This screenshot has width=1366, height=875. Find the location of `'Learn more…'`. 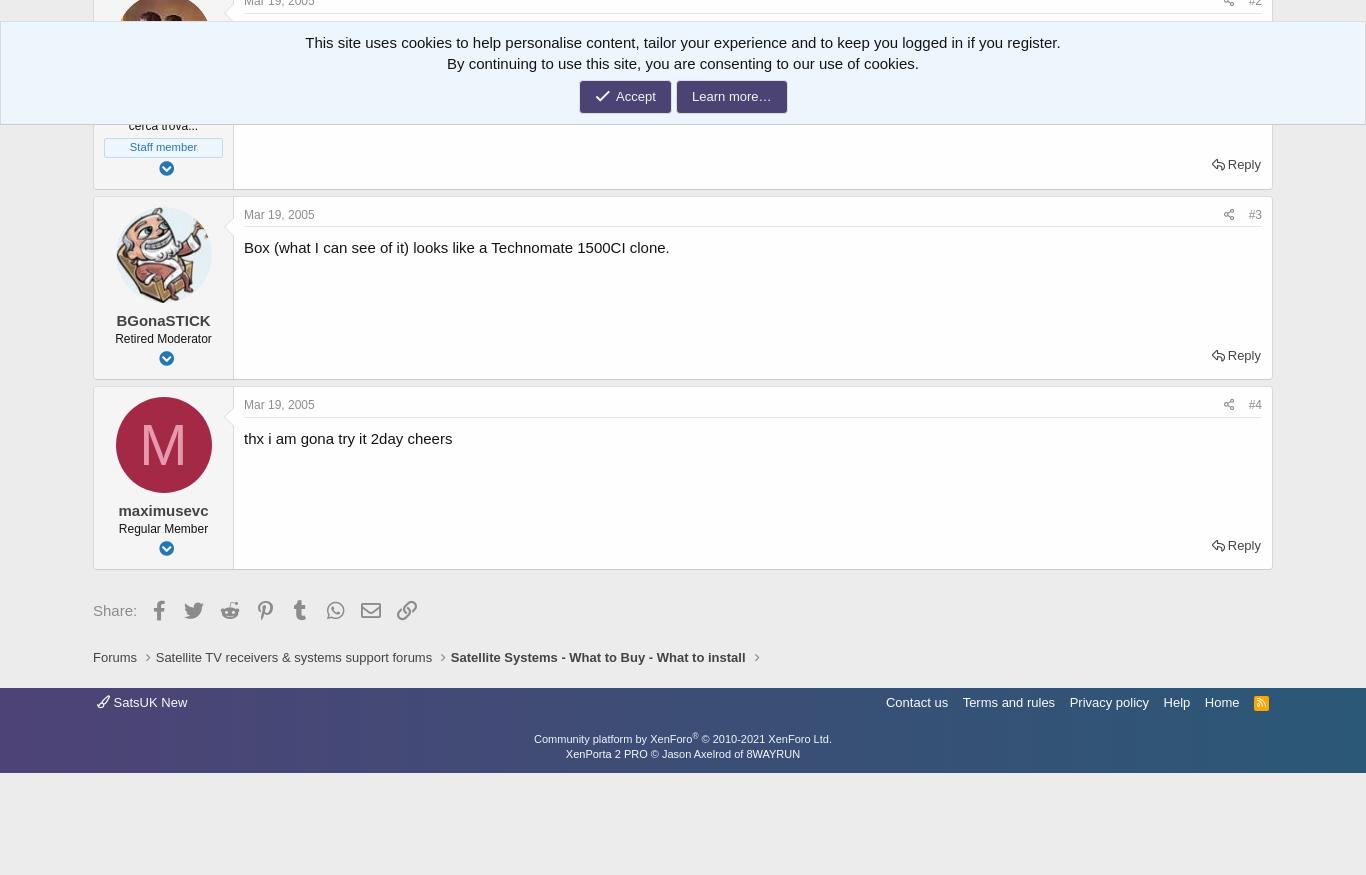

'Learn more…' is located at coordinates (731, 95).